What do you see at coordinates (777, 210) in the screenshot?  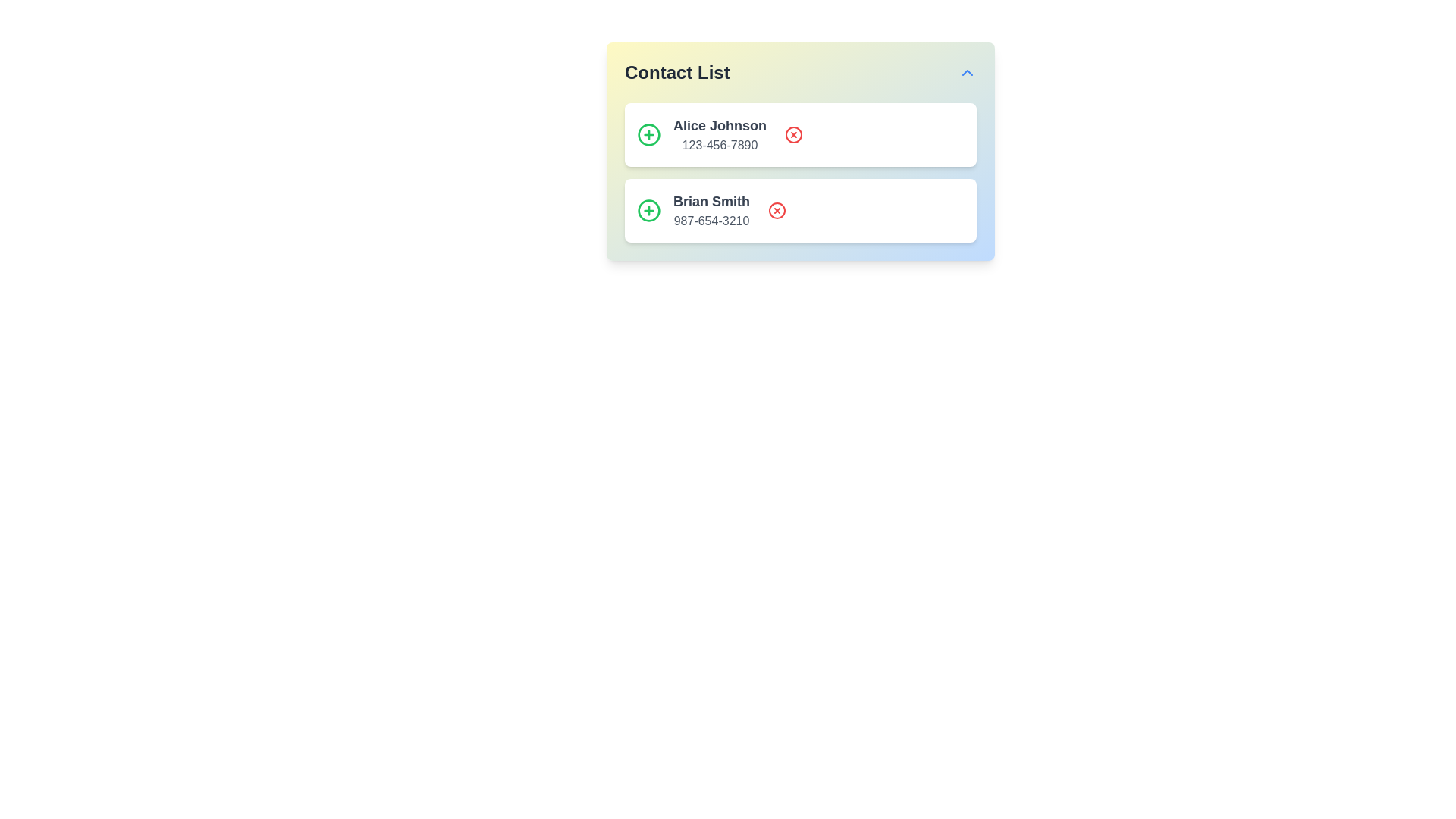 I see `the delete button located in the bottom-right corner of the card named 'Brian Smith'` at bounding box center [777, 210].